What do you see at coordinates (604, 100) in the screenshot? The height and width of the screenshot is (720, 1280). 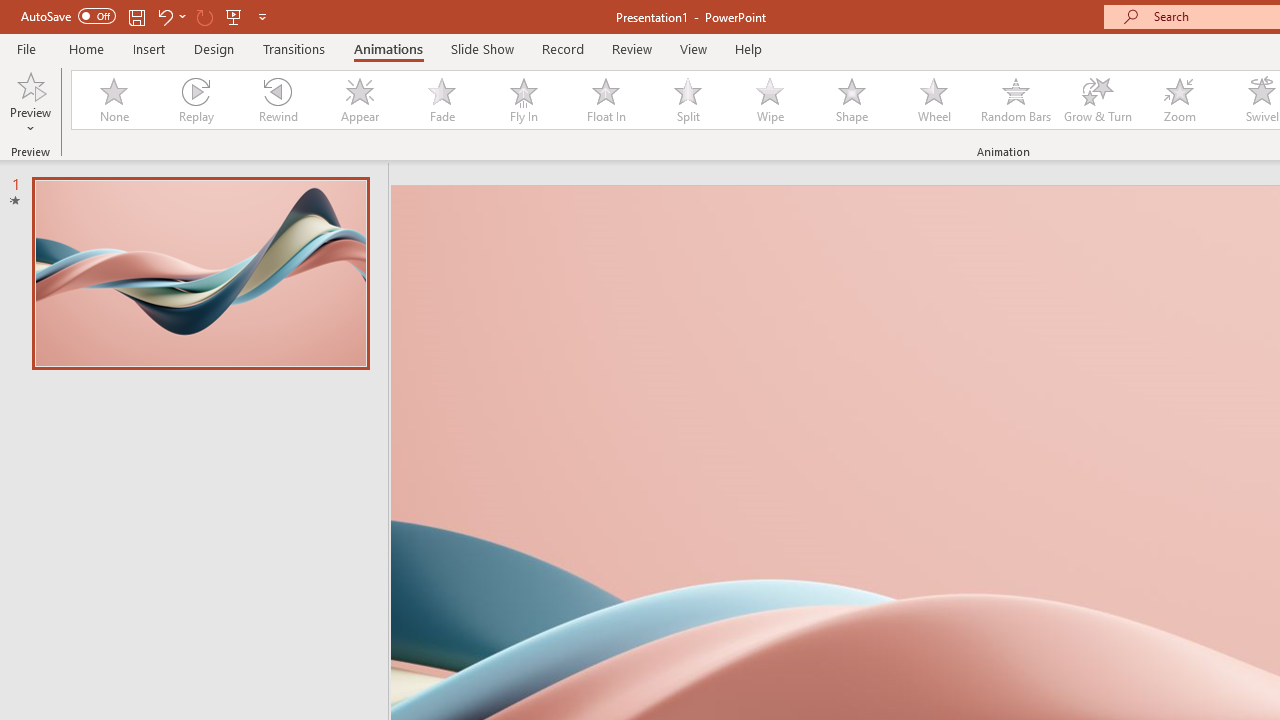 I see `'Float In'` at bounding box center [604, 100].